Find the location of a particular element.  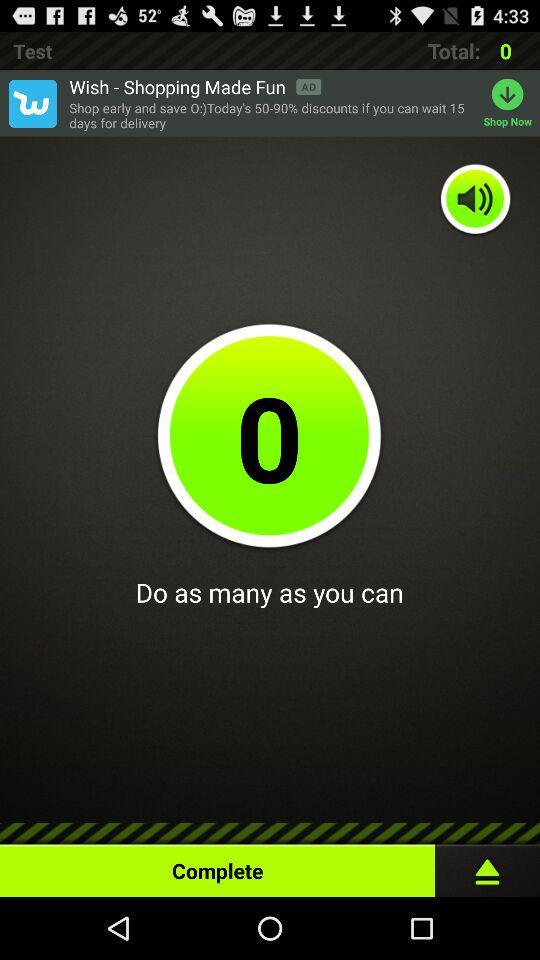

icon to the left of the total: app is located at coordinates (195, 86).